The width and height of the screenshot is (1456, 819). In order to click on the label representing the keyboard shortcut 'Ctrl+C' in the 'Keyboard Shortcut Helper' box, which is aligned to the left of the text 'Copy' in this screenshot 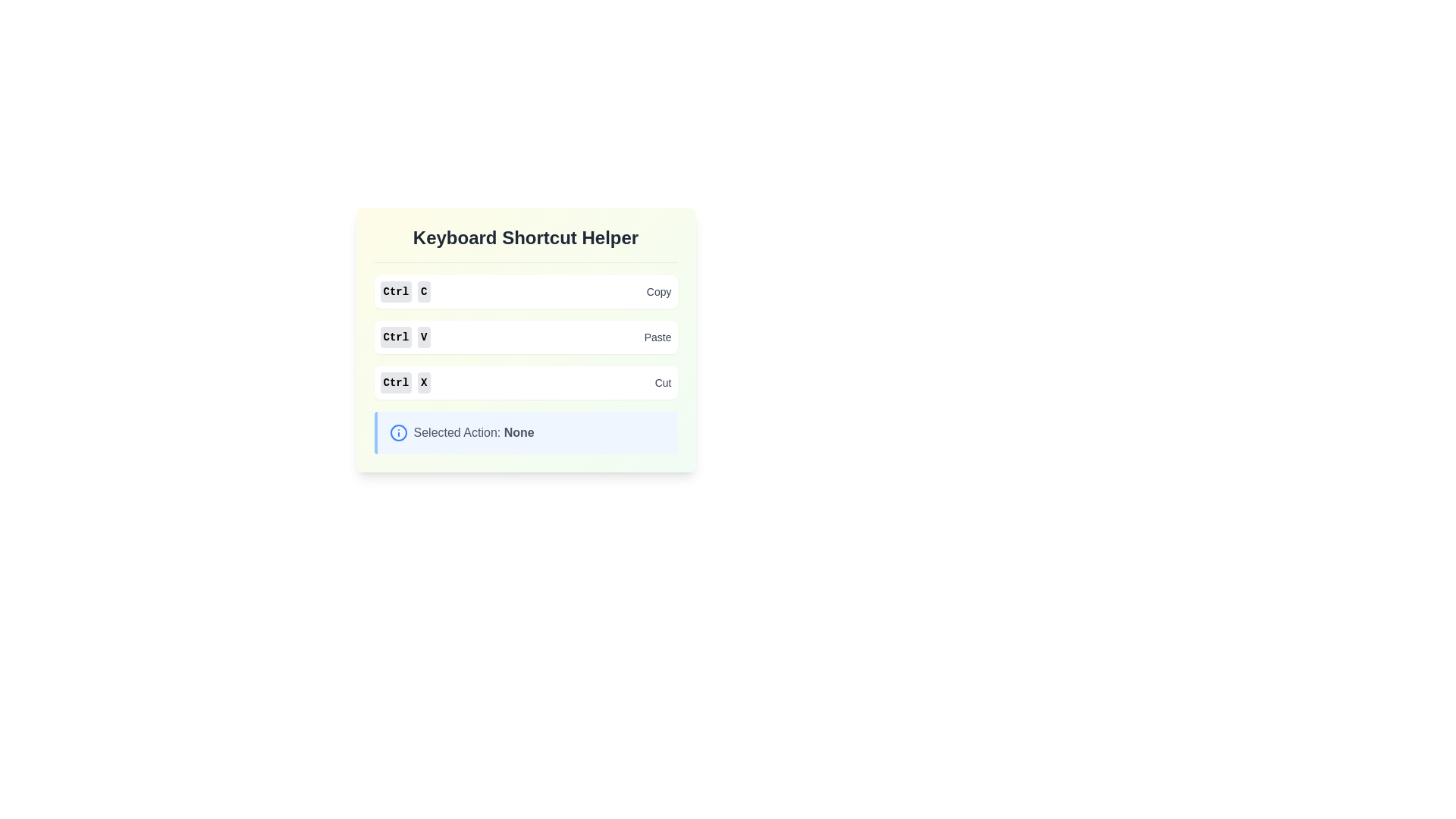, I will do `click(405, 292)`.